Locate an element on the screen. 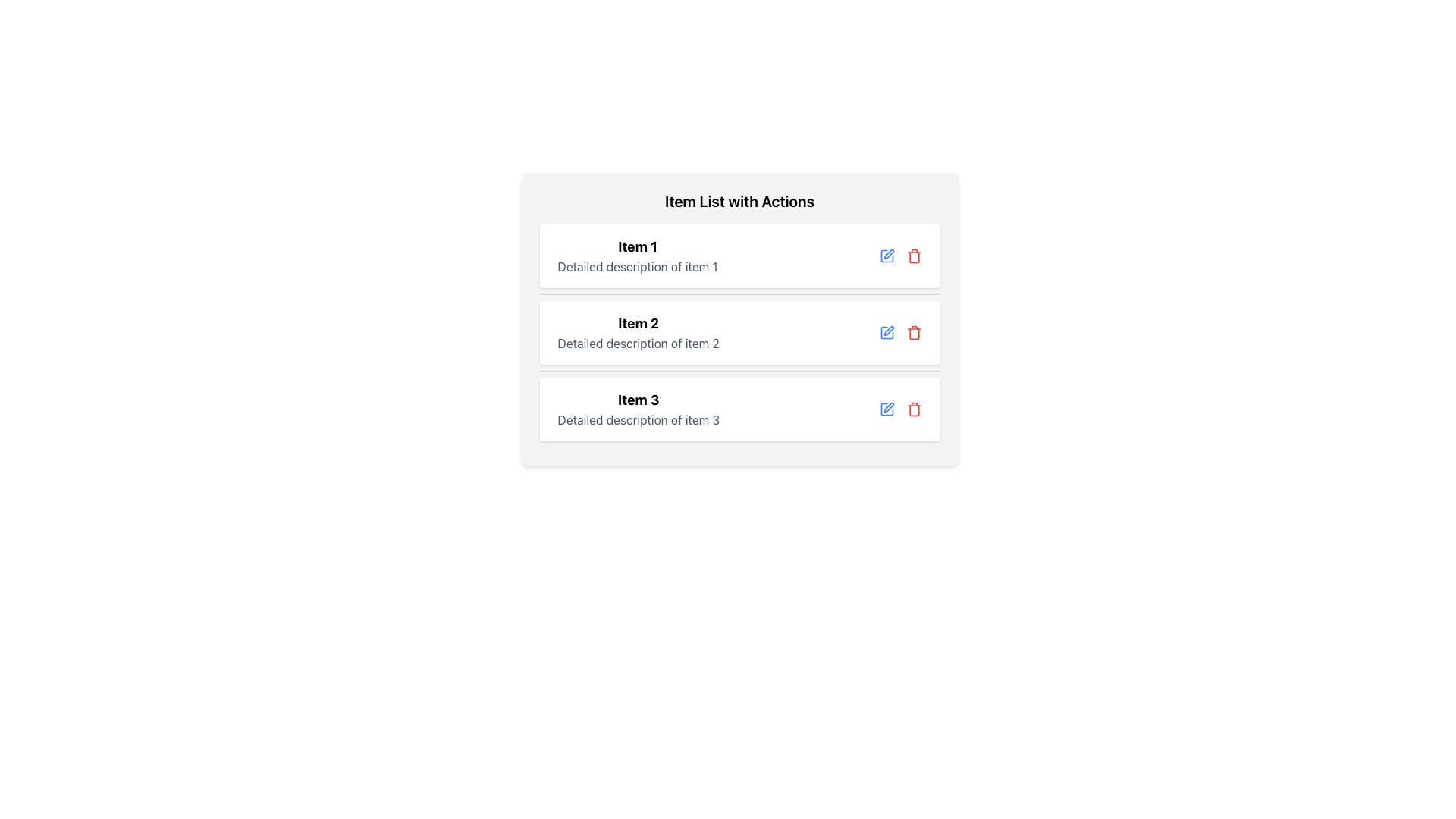 Image resolution: width=1456 pixels, height=819 pixels. the Text Label that serves as the title or heading for the related item in the list, located in the third row of a vertically arranged item list is located at coordinates (639, 400).